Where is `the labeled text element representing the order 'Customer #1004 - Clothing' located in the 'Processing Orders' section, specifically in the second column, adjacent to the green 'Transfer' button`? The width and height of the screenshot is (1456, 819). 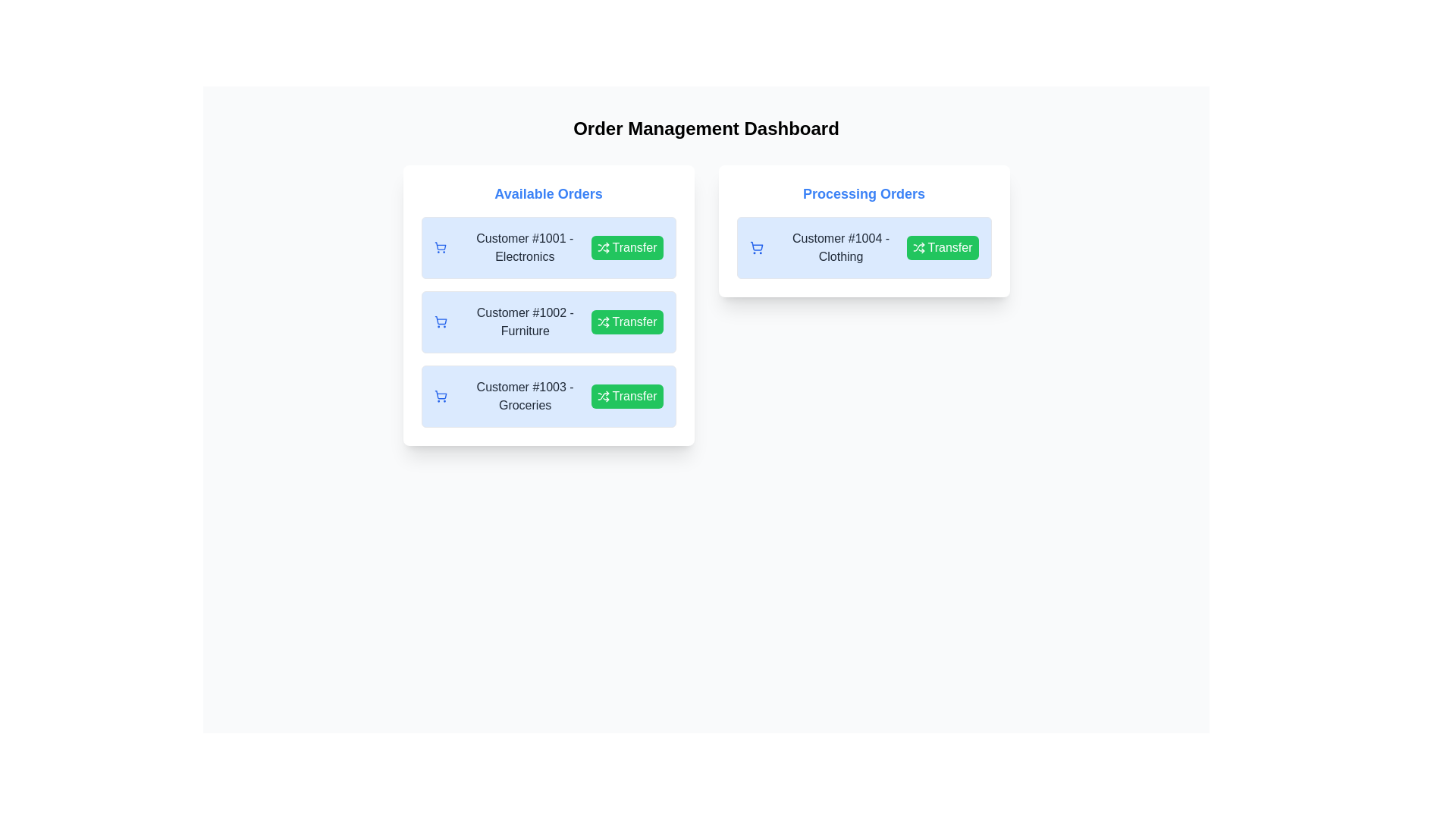
the labeled text element representing the order 'Customer #1004 - Clothing' located in the 'Processing Orders' section, specifically in the second column, adjacent to the green 'Transfer' button is located at coordinates (827, 247).